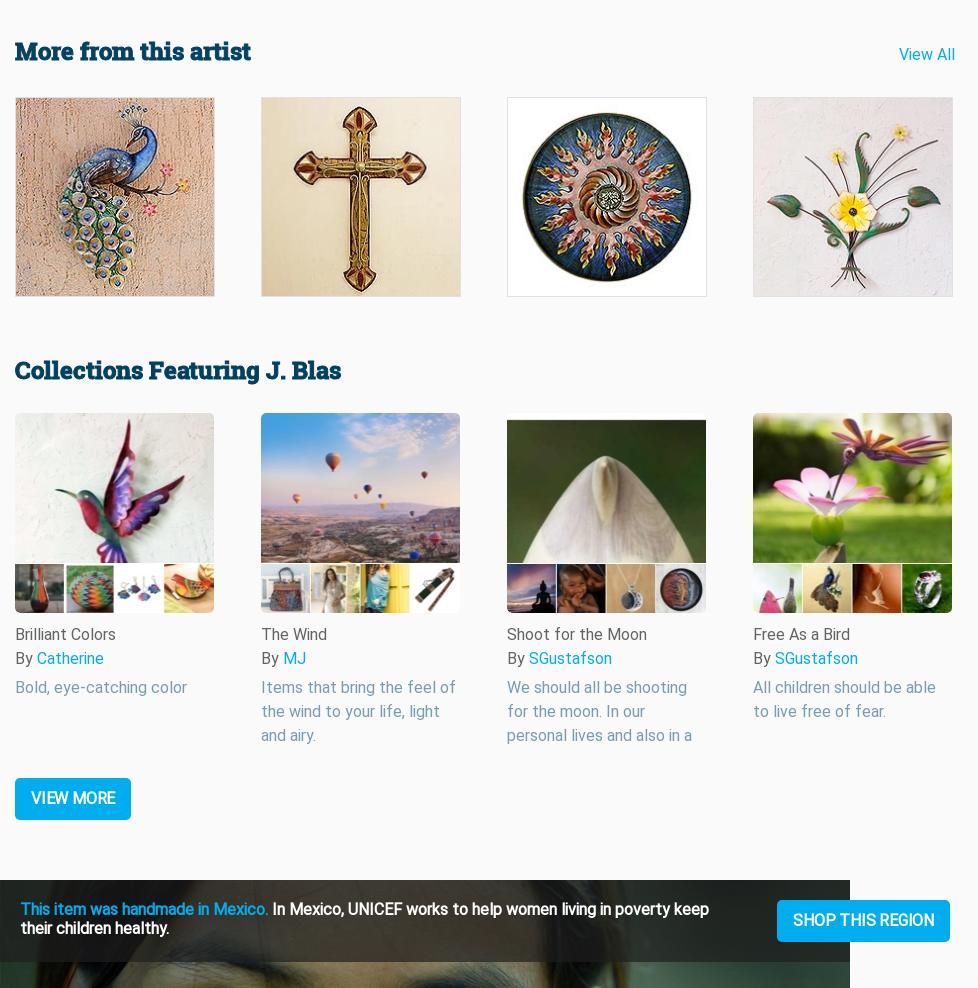  Describe the element at coordinates (357, 711) in the screenshot. I see `'Items that bring the feel of the wind to your life, light and airy.'` at that location.